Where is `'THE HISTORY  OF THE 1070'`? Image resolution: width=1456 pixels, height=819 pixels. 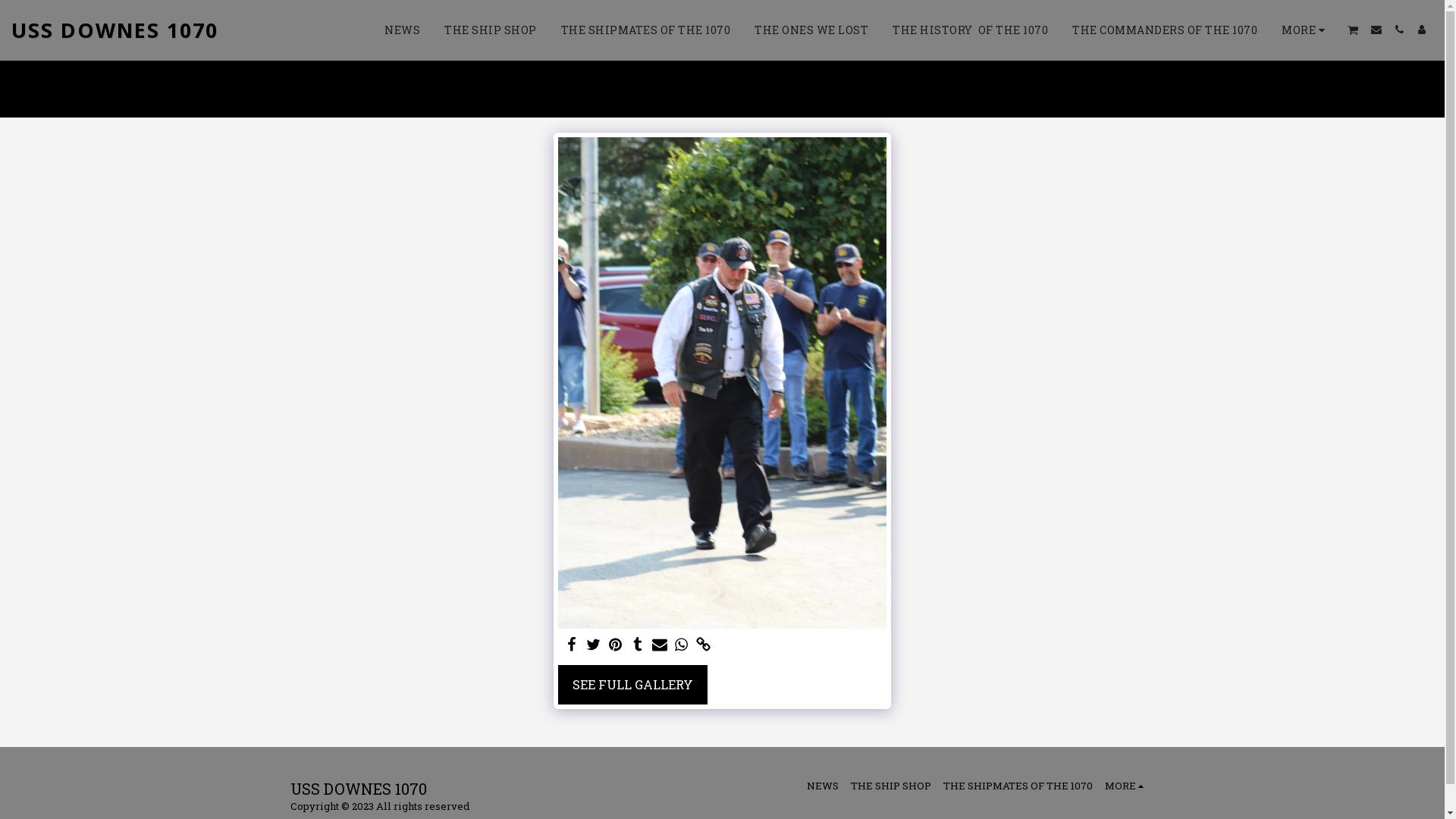 'THE HISTORY  OF THE 1070' is located at coordinates (969, 30).